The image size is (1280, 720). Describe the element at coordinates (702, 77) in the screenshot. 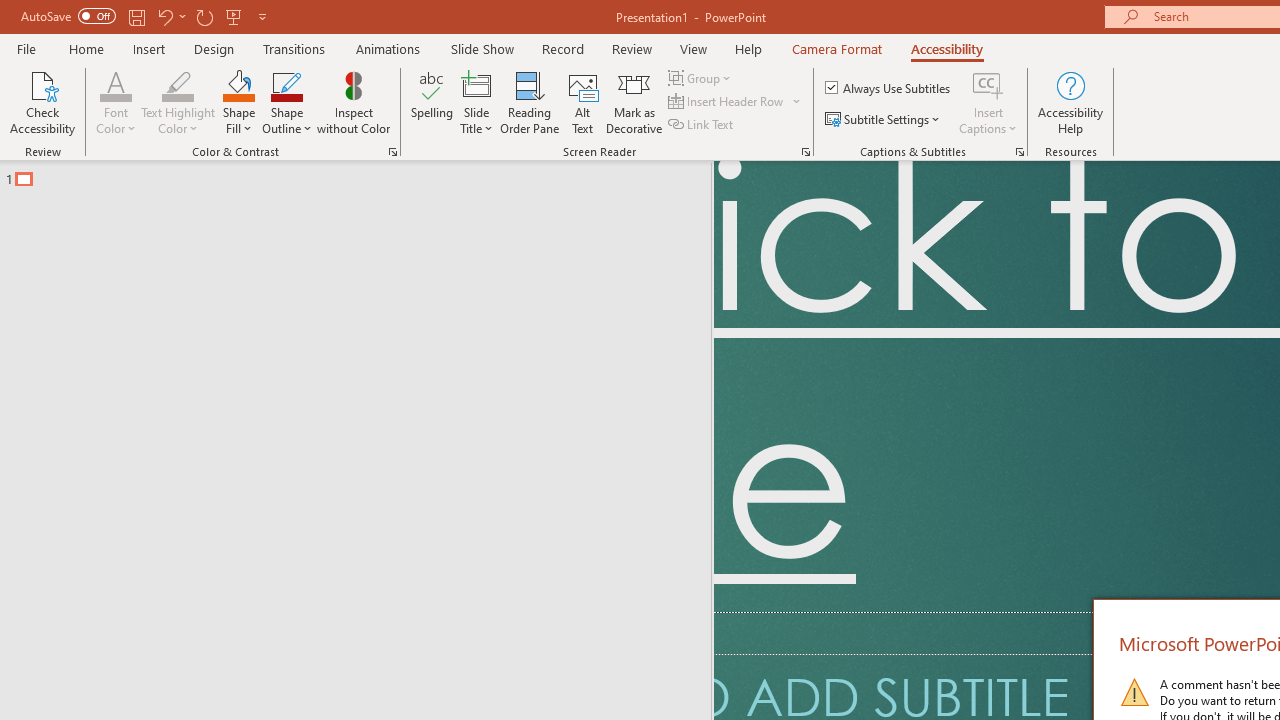

I see `'Group'` at that location.